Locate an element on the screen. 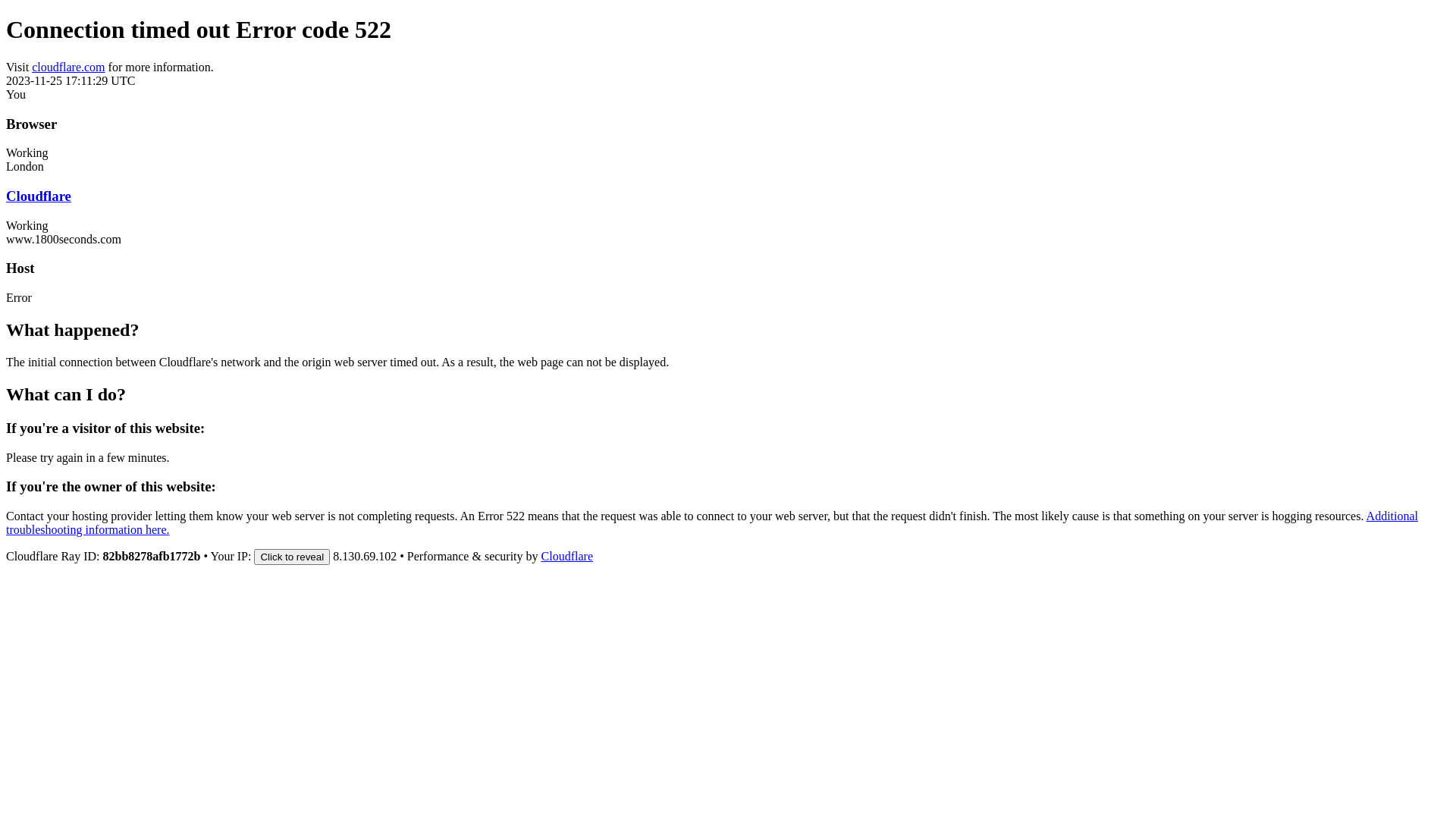 The height and width of the screenshot is (819, 1456). 'Cloudflare' is located at coordinates (39, 195).